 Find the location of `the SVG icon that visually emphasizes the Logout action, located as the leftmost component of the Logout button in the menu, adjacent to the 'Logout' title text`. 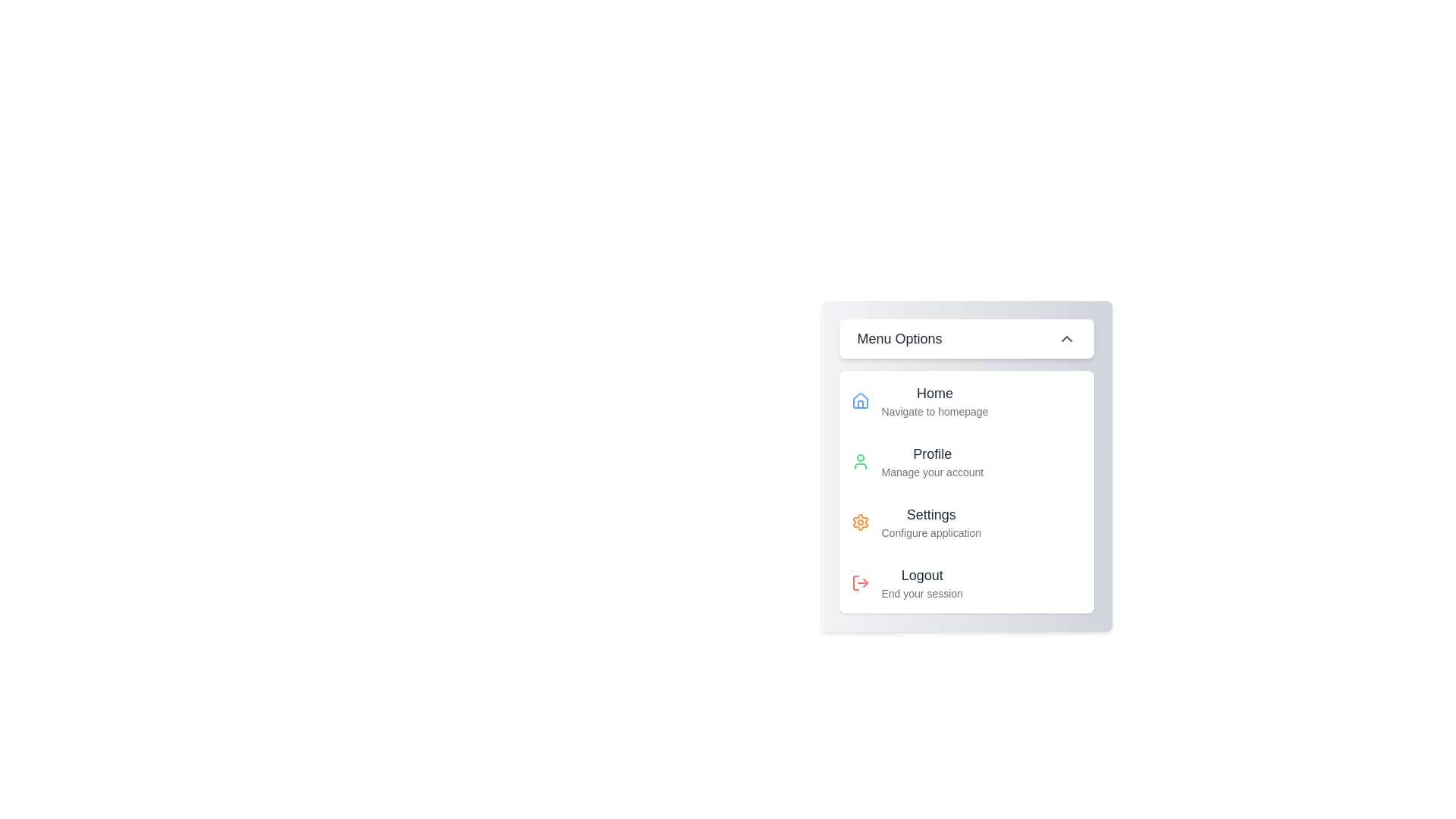

the SVG icon that visually emphasizes the Logout action, located as the leftmost component of the Logout button in the menu, adjacent to the 'Logout' title text is located at coordinates (860, 582).